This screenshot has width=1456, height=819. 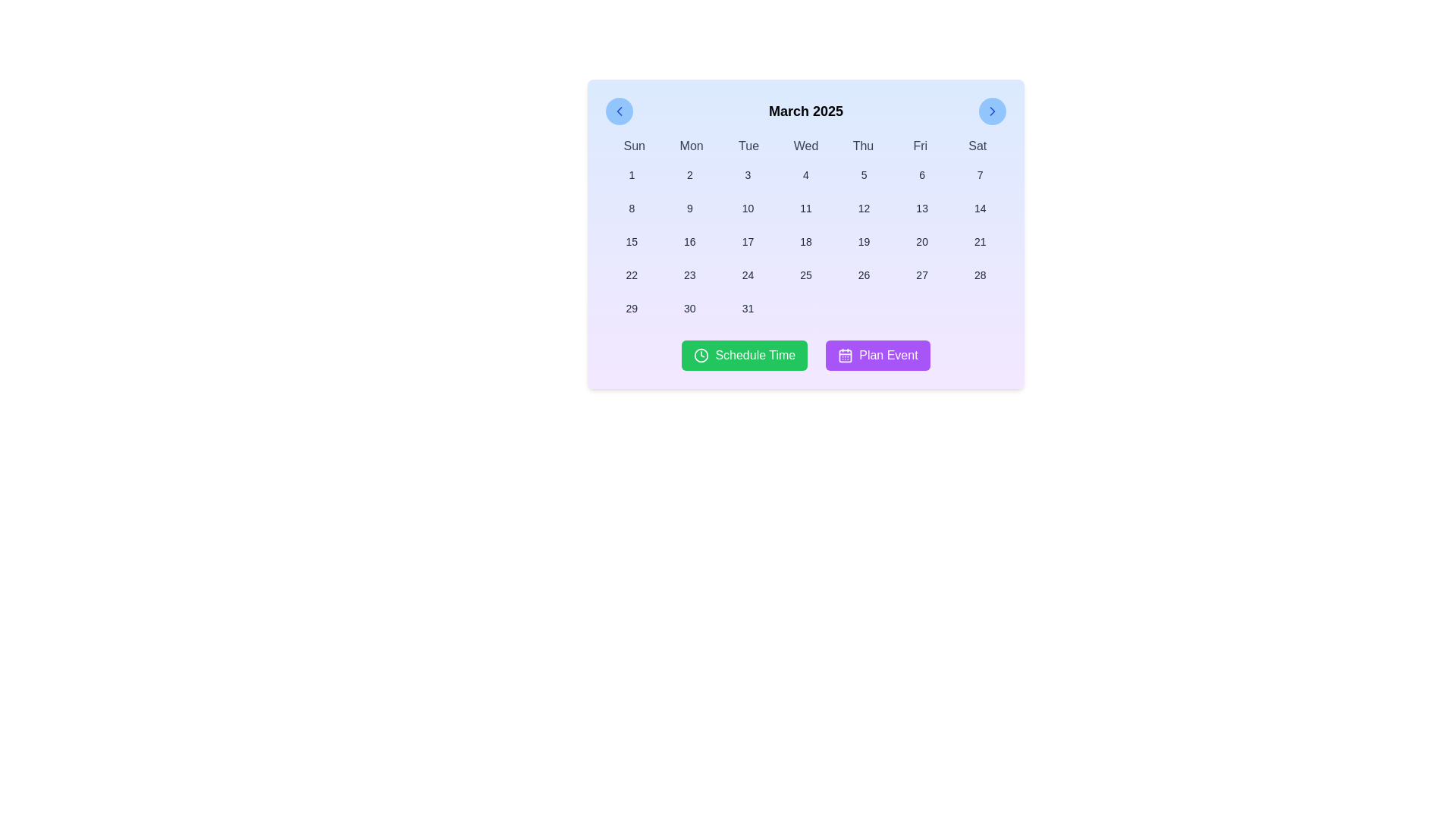 I want to click on the small, rectangular button with rounded corners and the dark text '18' located in the third row and fourth column of the calendar date grid for March 2025, so click(x=805, y=241).